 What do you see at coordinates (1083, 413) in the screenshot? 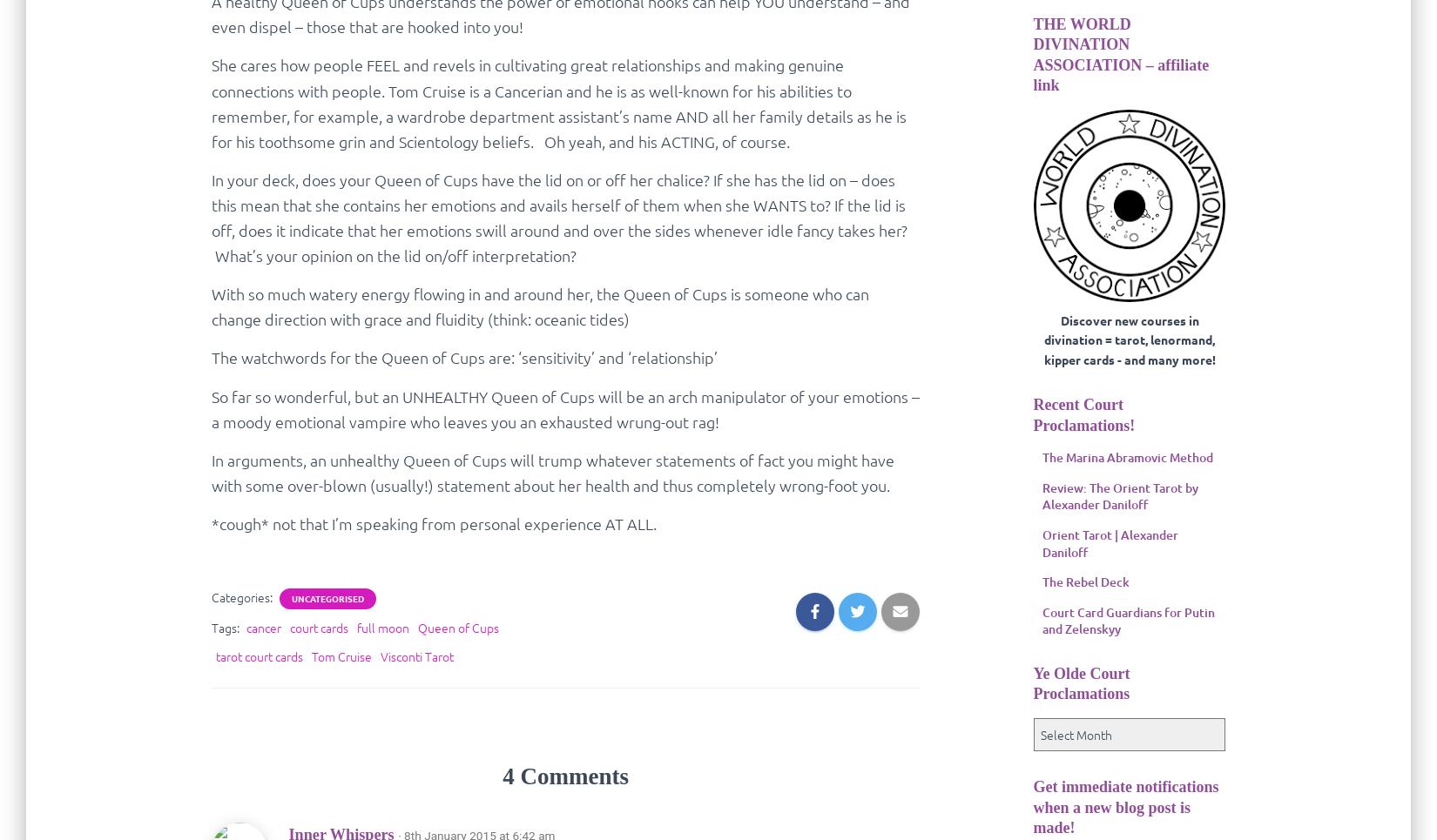
I see `'Recent Court Proclamations!'` at bounding box center [1083, 413].